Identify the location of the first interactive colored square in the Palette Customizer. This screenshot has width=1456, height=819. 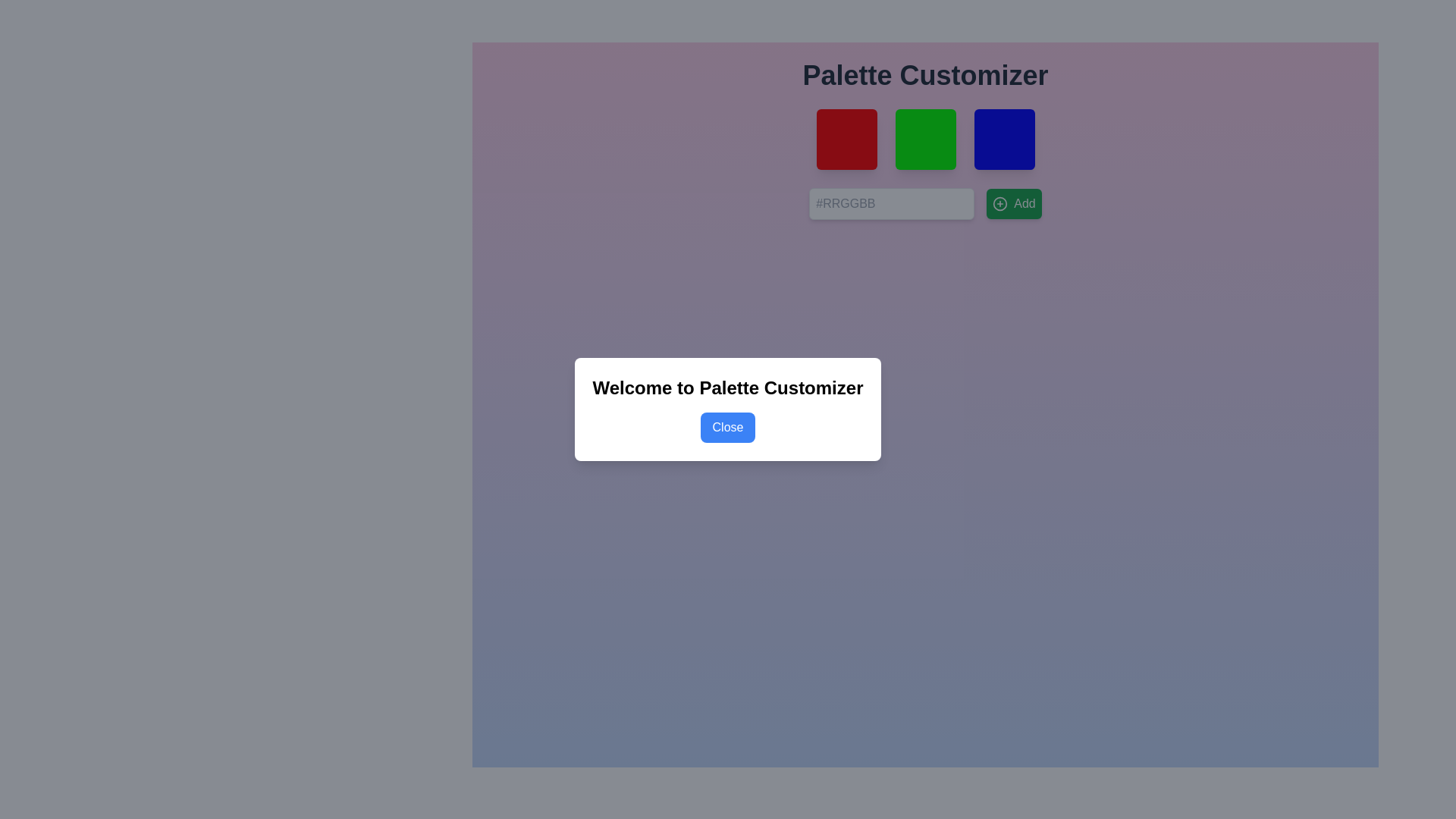
(846, 140).